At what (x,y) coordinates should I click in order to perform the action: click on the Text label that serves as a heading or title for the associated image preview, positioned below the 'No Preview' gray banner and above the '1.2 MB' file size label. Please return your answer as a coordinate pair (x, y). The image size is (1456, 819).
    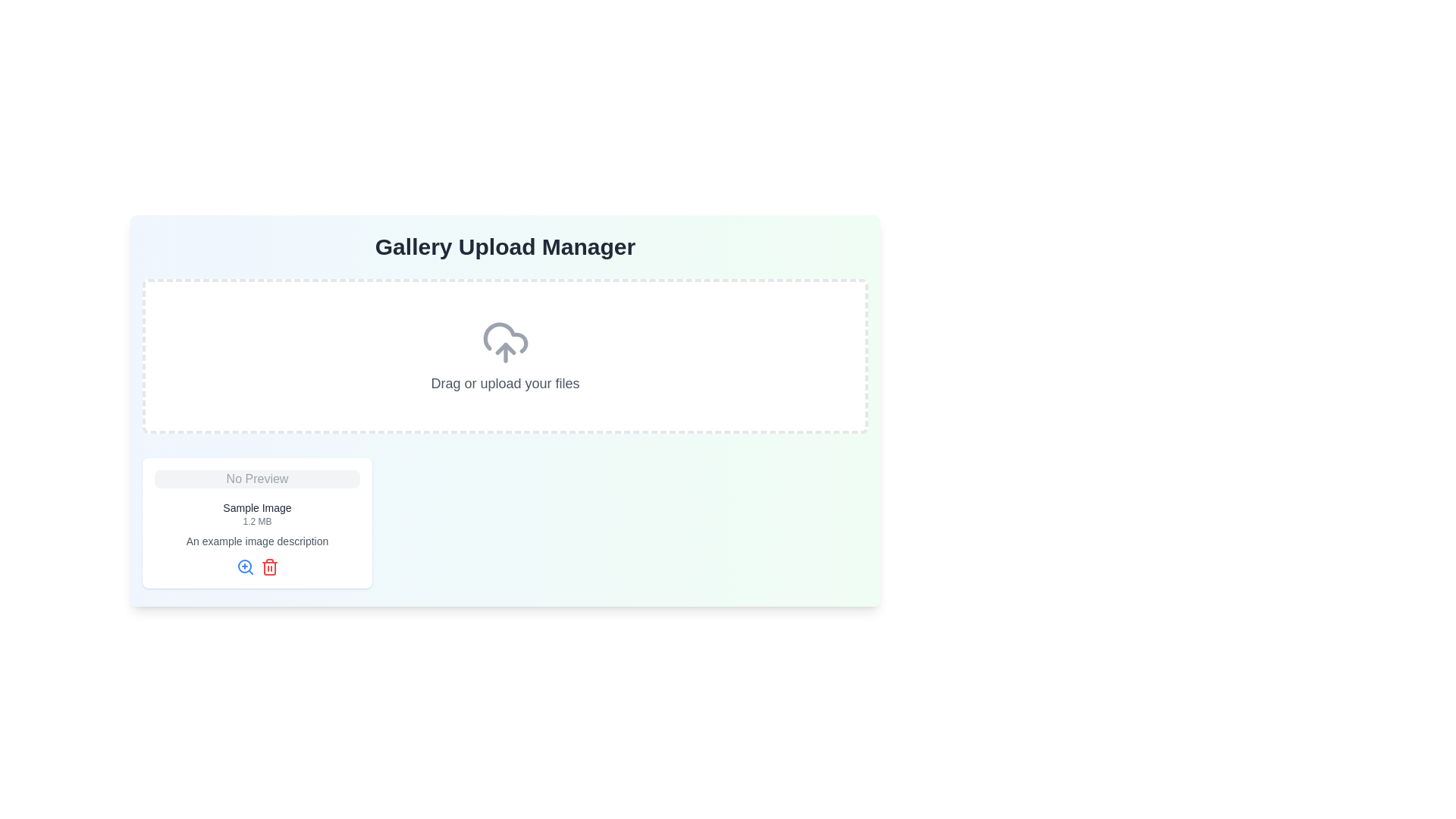
    Looking at the image, I should click on (257, 508).